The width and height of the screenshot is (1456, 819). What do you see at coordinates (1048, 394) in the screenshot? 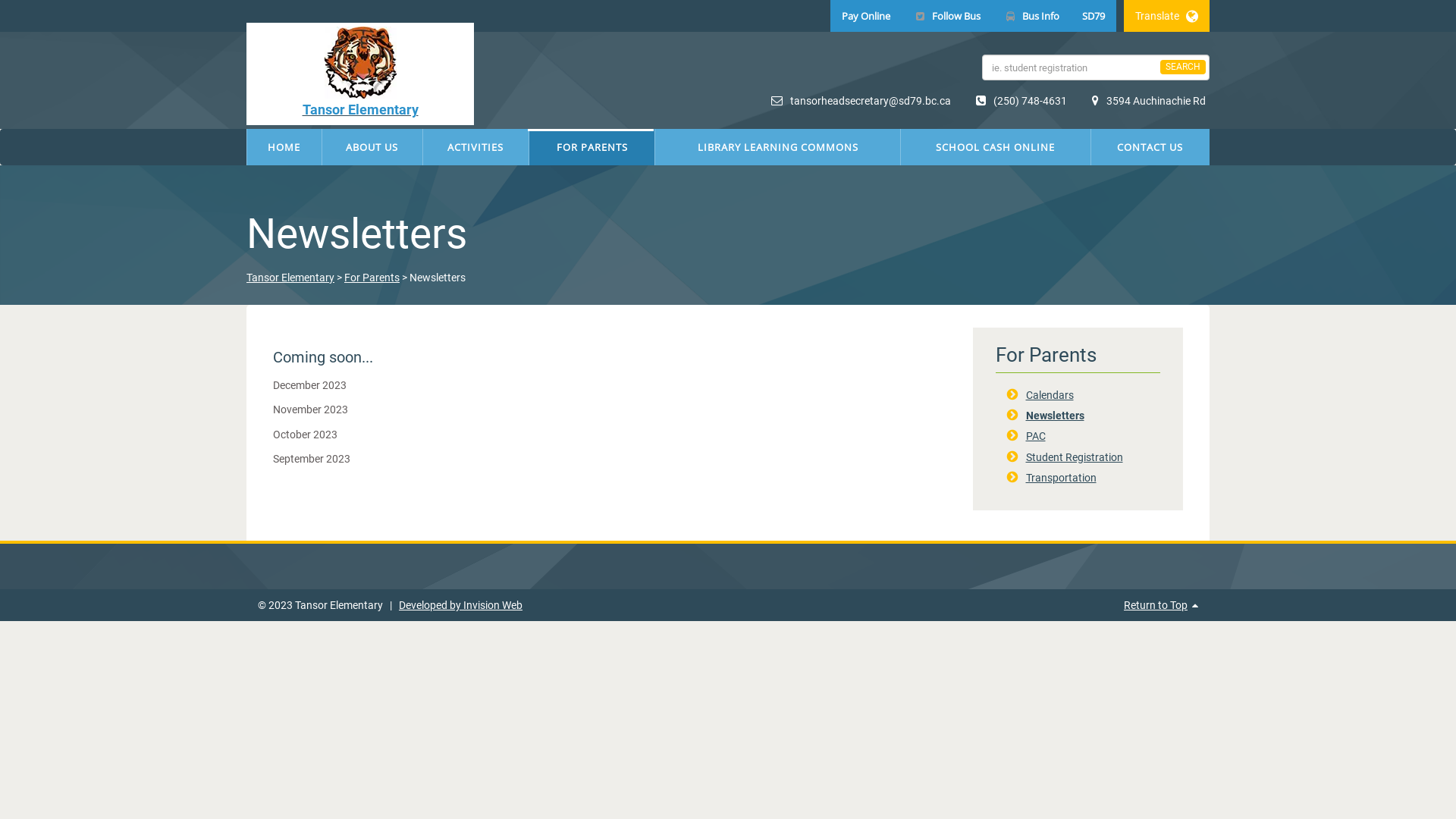
I see `'Calendars'` at bounding box center [1048, 394].